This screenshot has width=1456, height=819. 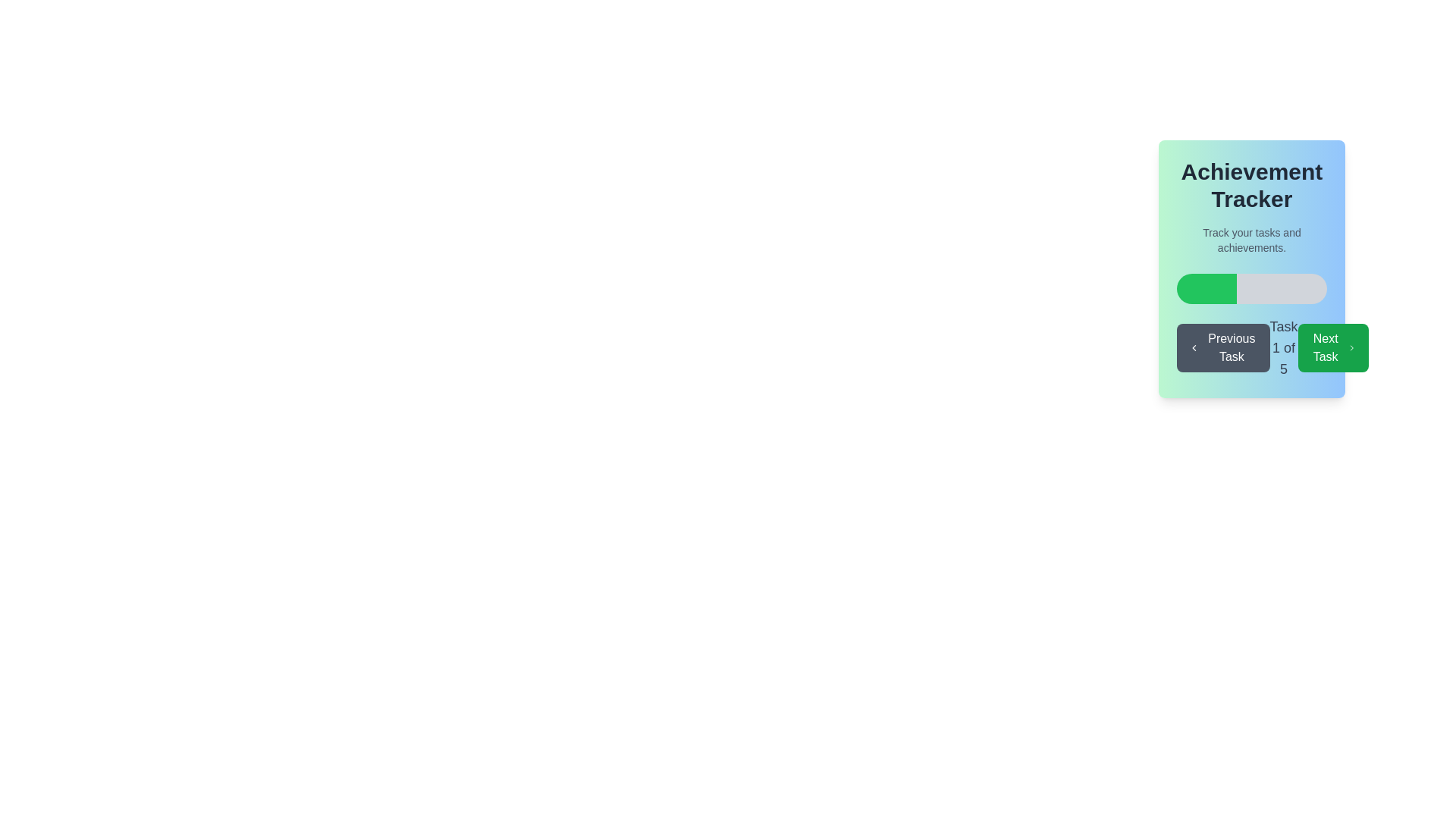 I want to click on text content of the Header Text element displaying 'Achievement Tracker', which is a bold, large font header centered at the top of the content, so click(x=1252, y=185).